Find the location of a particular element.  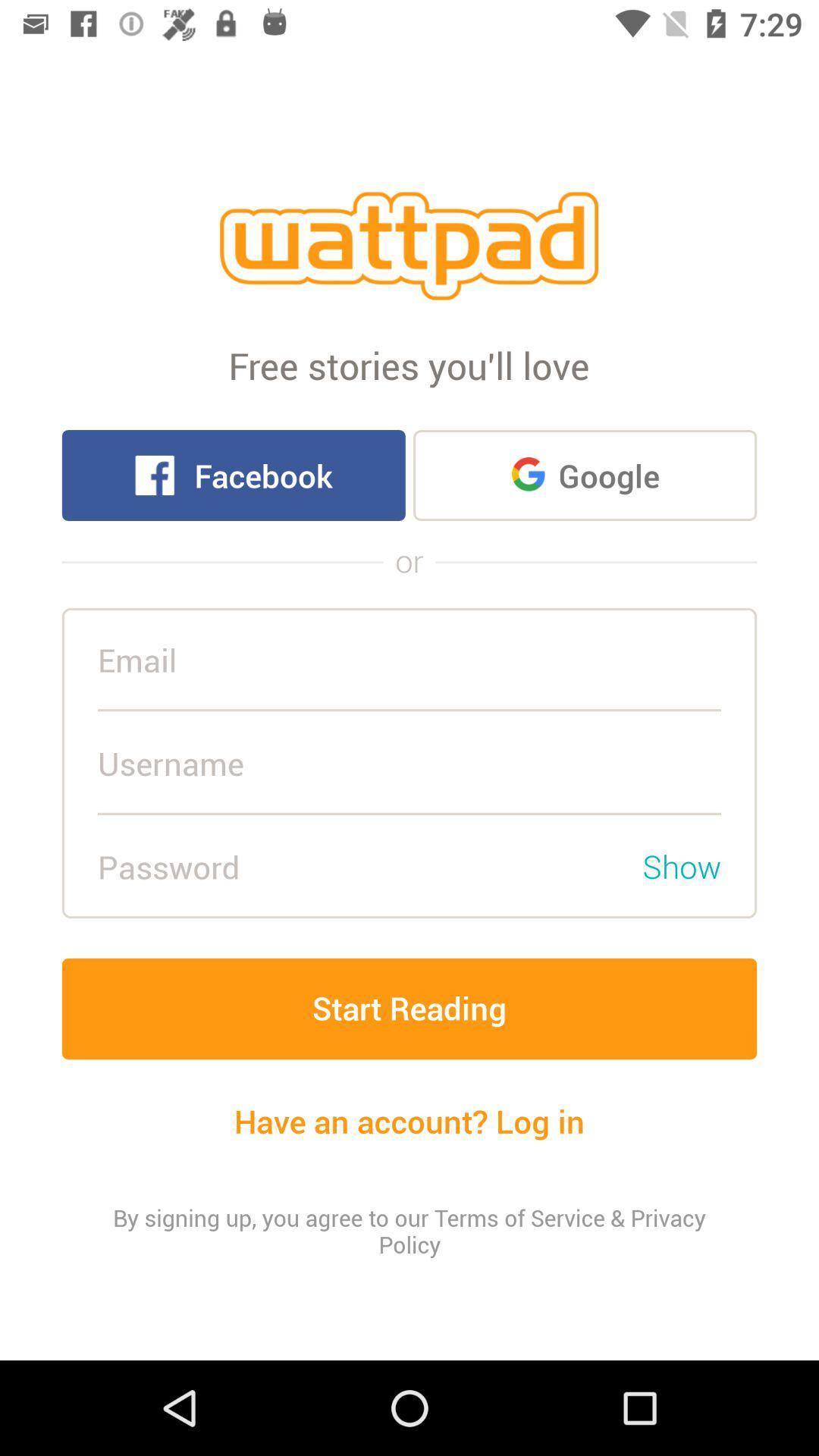

the start reading is located at coordinates (409, 1009).